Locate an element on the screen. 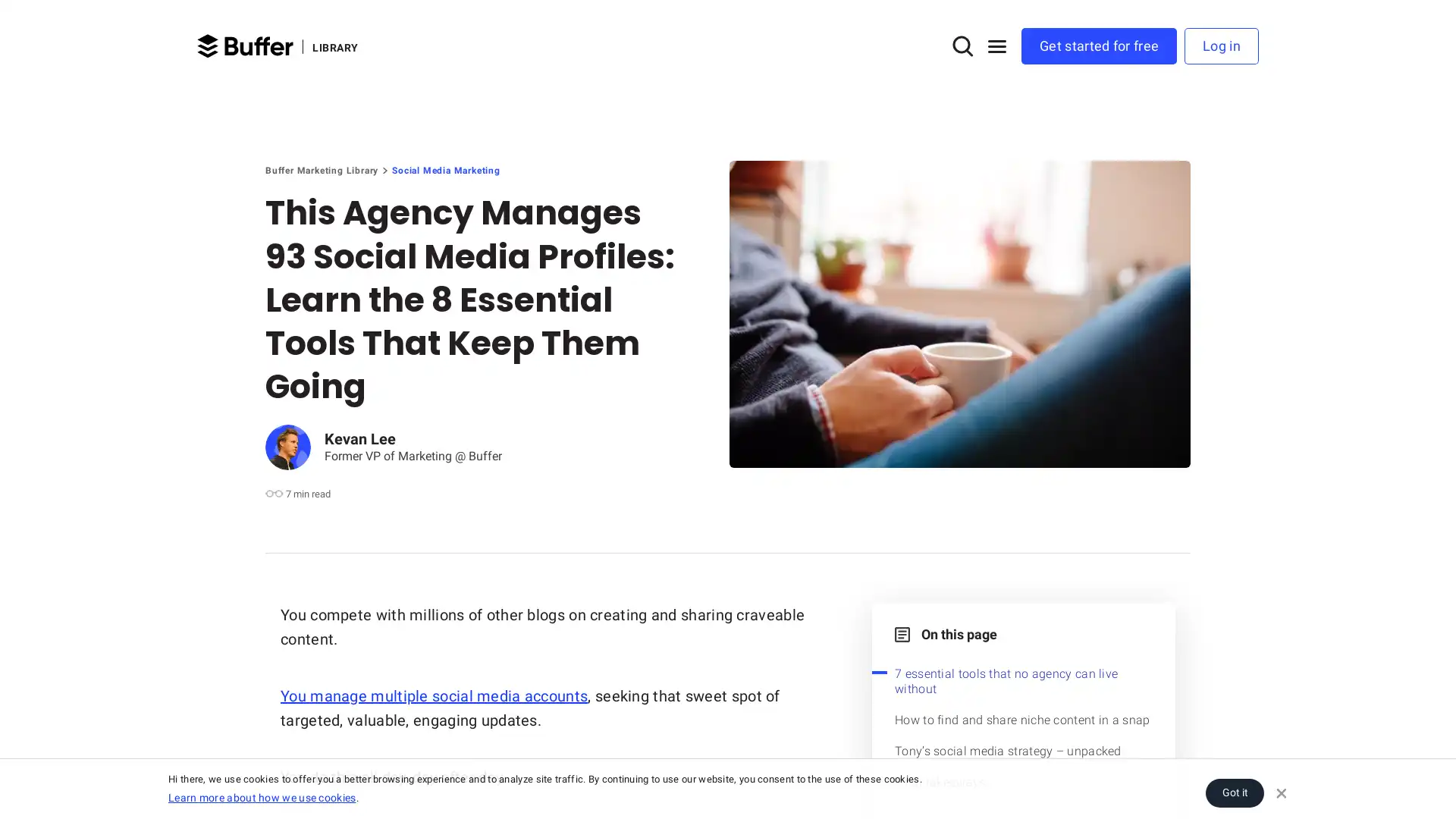 This screenshot has height=819, width=1456. Got it is located at coordinates (1235, 792).